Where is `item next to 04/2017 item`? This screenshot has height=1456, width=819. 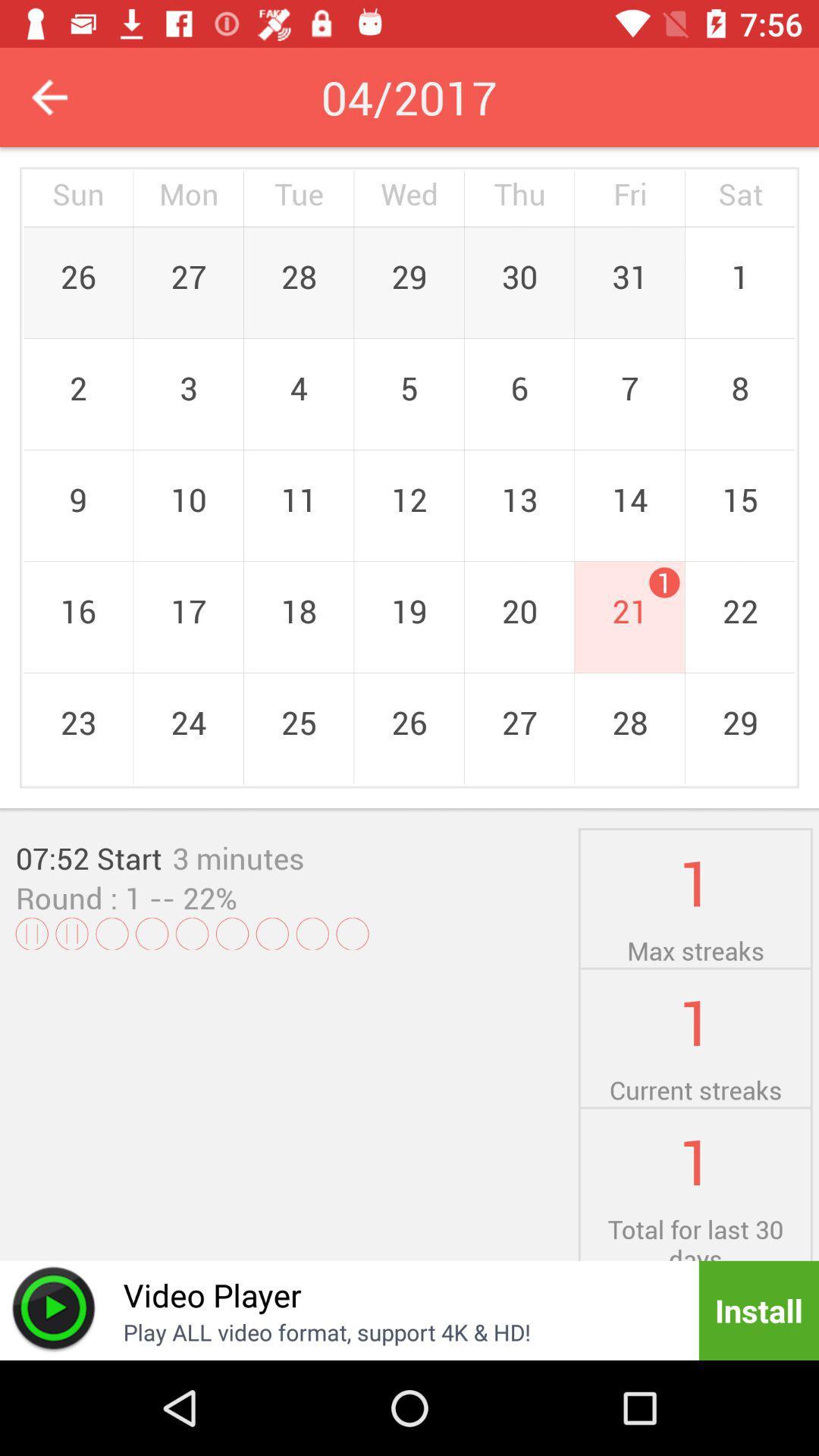 item next to 04/2017 item is located at coordinates (49, 96).